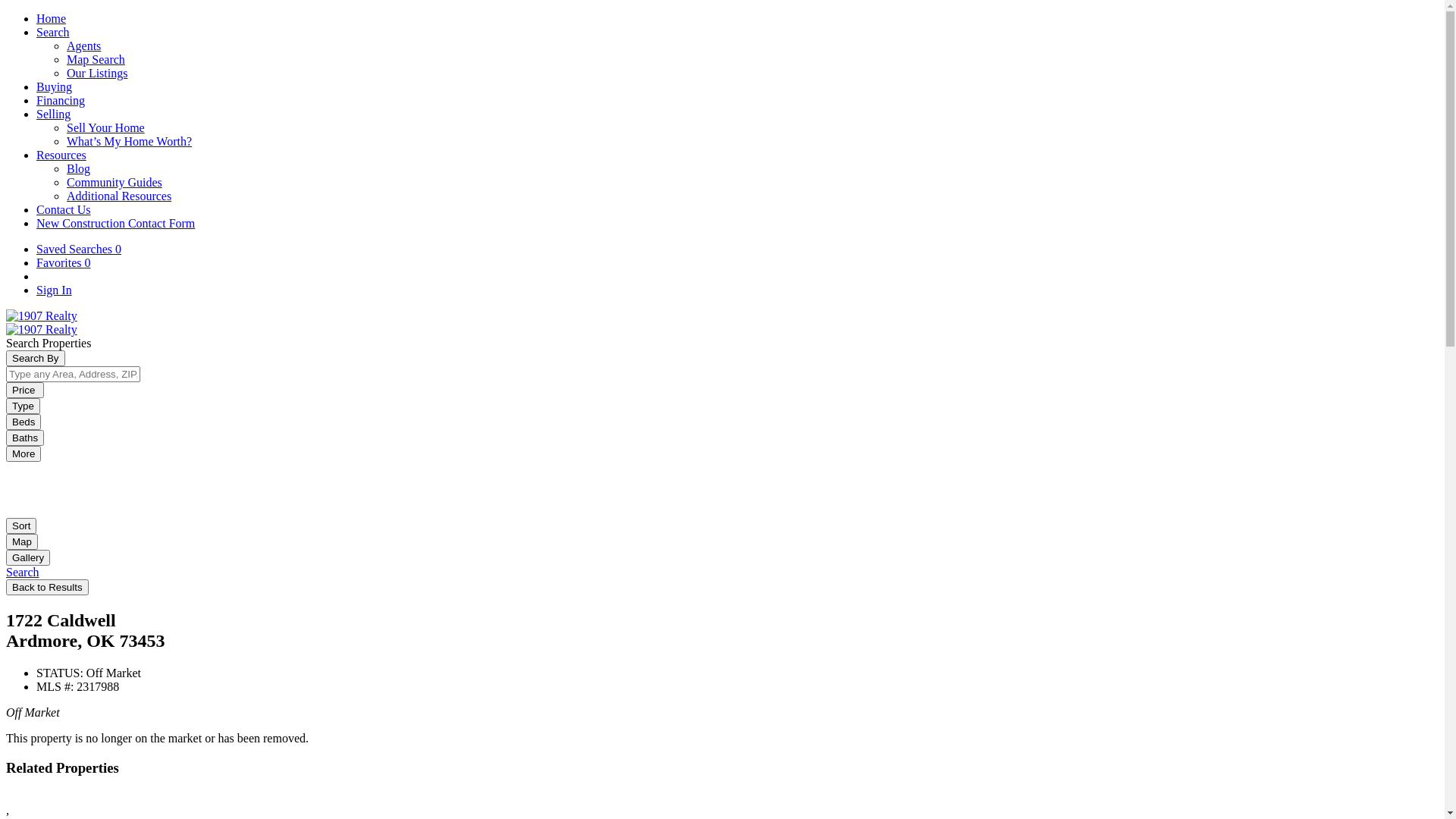 This screenshot has height=819, width=1456. Describe the element at coordinates (77, 168) in the screenshot. I see `'Blog'` at that location.